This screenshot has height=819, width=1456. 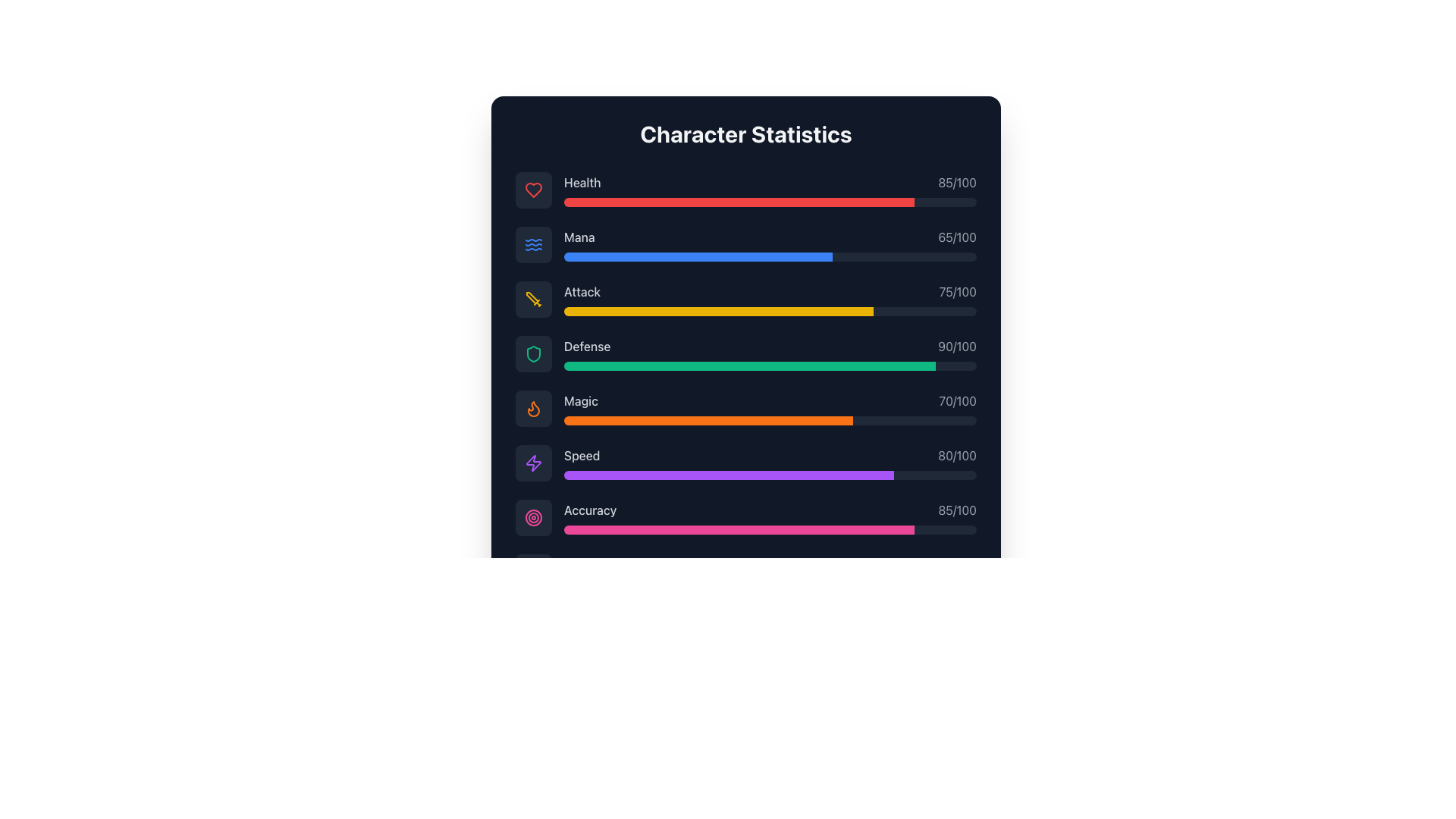 What do you see at coordinates (708, 421) in the screenshot?
I see `the orange progress bar indicating the character statistics within the 'Magic' row under the 'Character Statistics' subtitle` at bounding box center [708, 421].